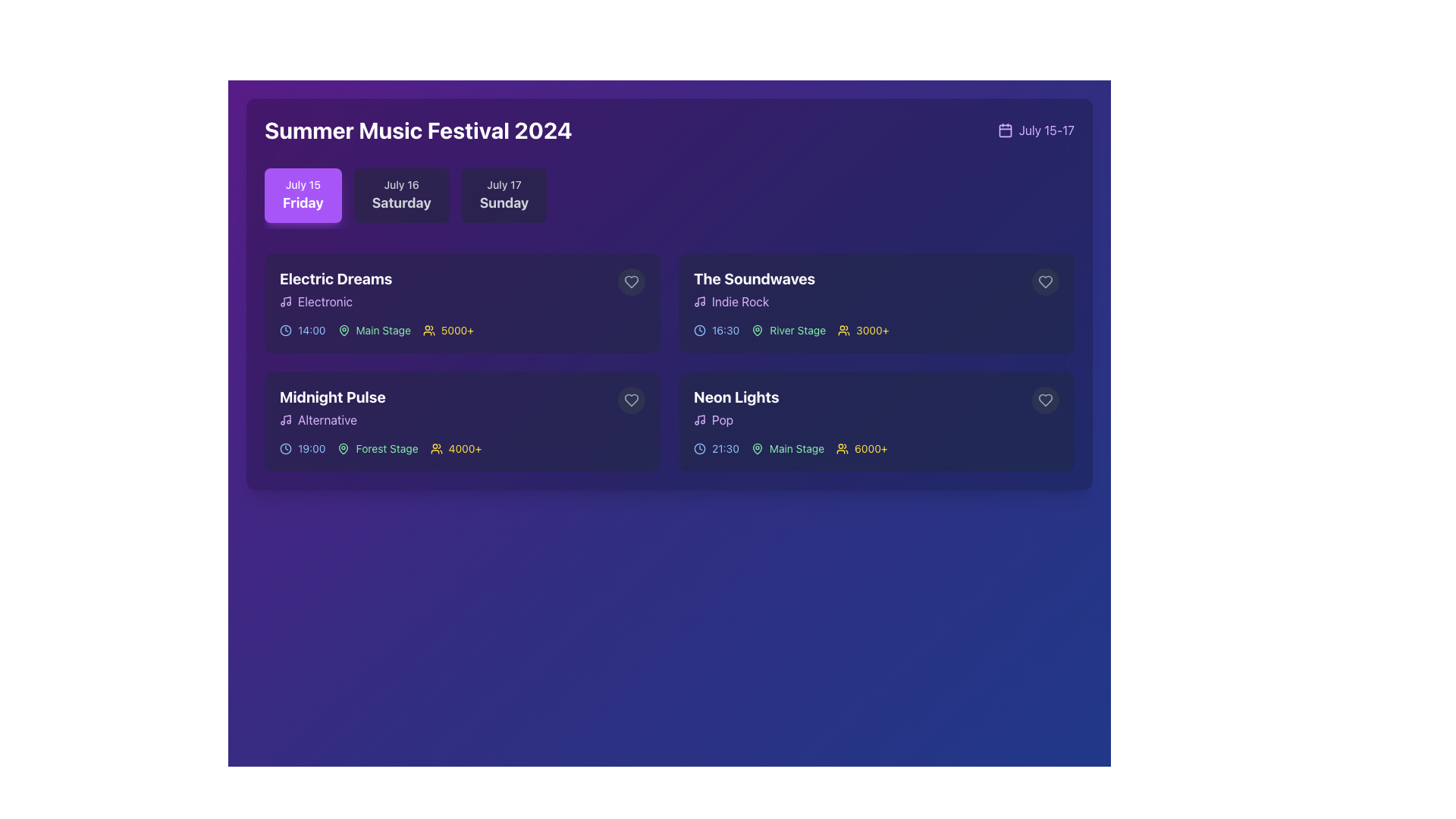 This screenshot has width=1456, height=819. I want to click on the music note icon within the 'Electric Dreams' event card, which features a vertical line and a note circle design, so click(287, 301).